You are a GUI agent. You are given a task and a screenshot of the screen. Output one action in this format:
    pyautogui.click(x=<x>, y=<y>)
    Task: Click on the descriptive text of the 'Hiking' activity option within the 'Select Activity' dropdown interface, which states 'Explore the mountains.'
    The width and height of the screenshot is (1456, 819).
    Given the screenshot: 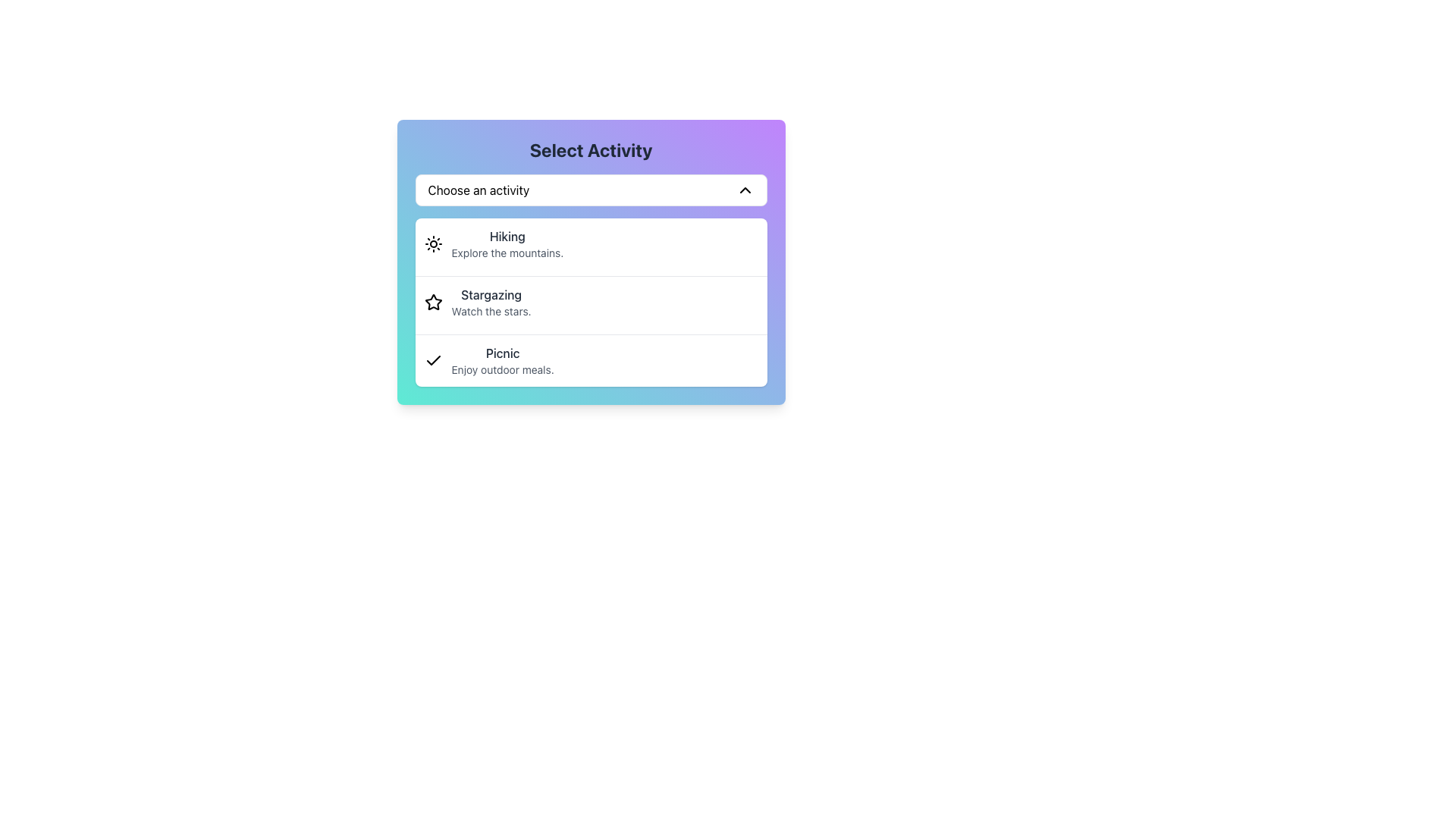 What is the action you would take?
    pyautogui.click(x=507, y=243)
    